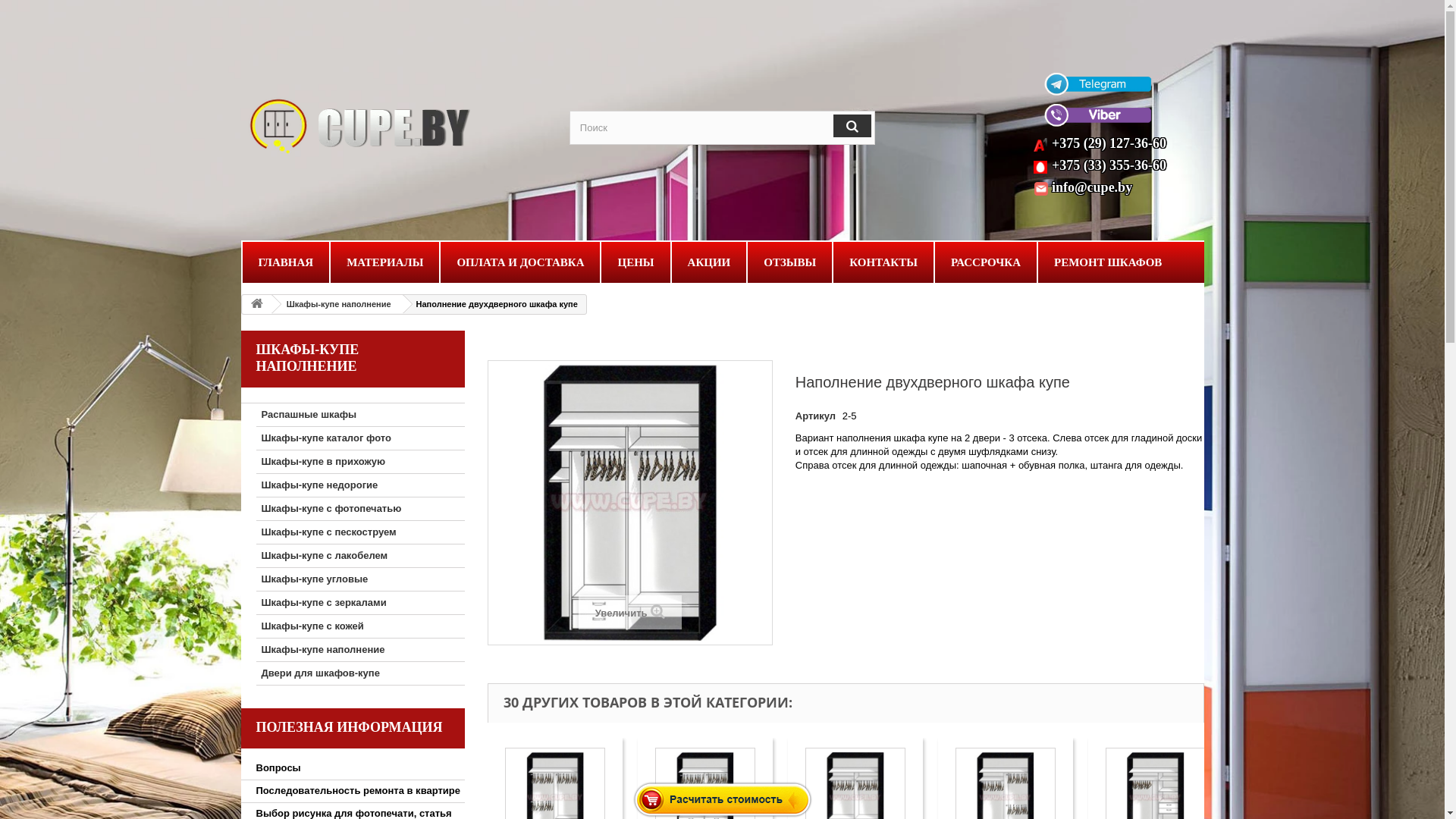 Image resolution: width=1456 pixels, height=819 pixels. I want to click on 'info@cupe.by', so click(1051, 186).